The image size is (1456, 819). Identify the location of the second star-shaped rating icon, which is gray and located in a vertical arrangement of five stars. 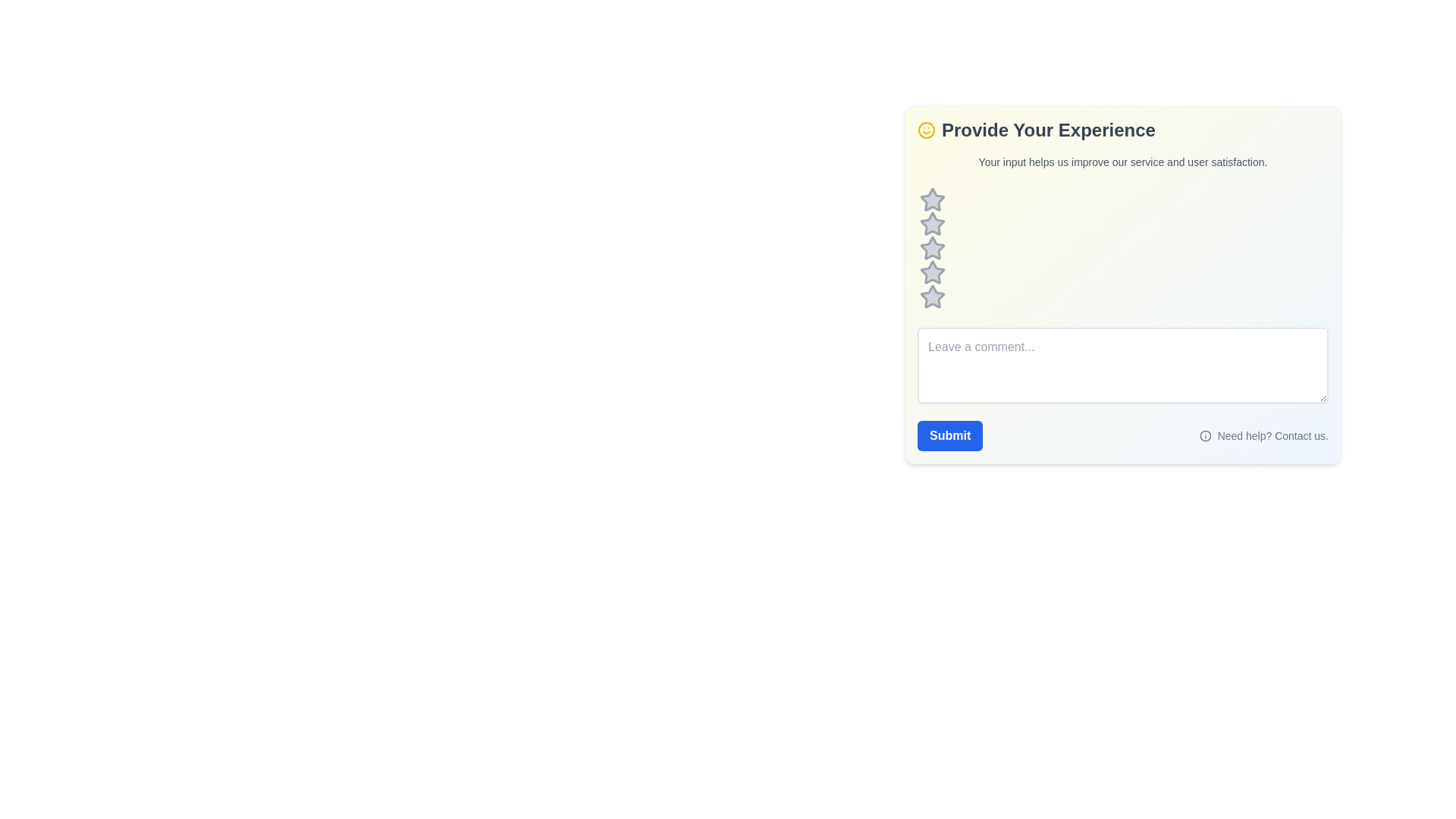
(931, 224).